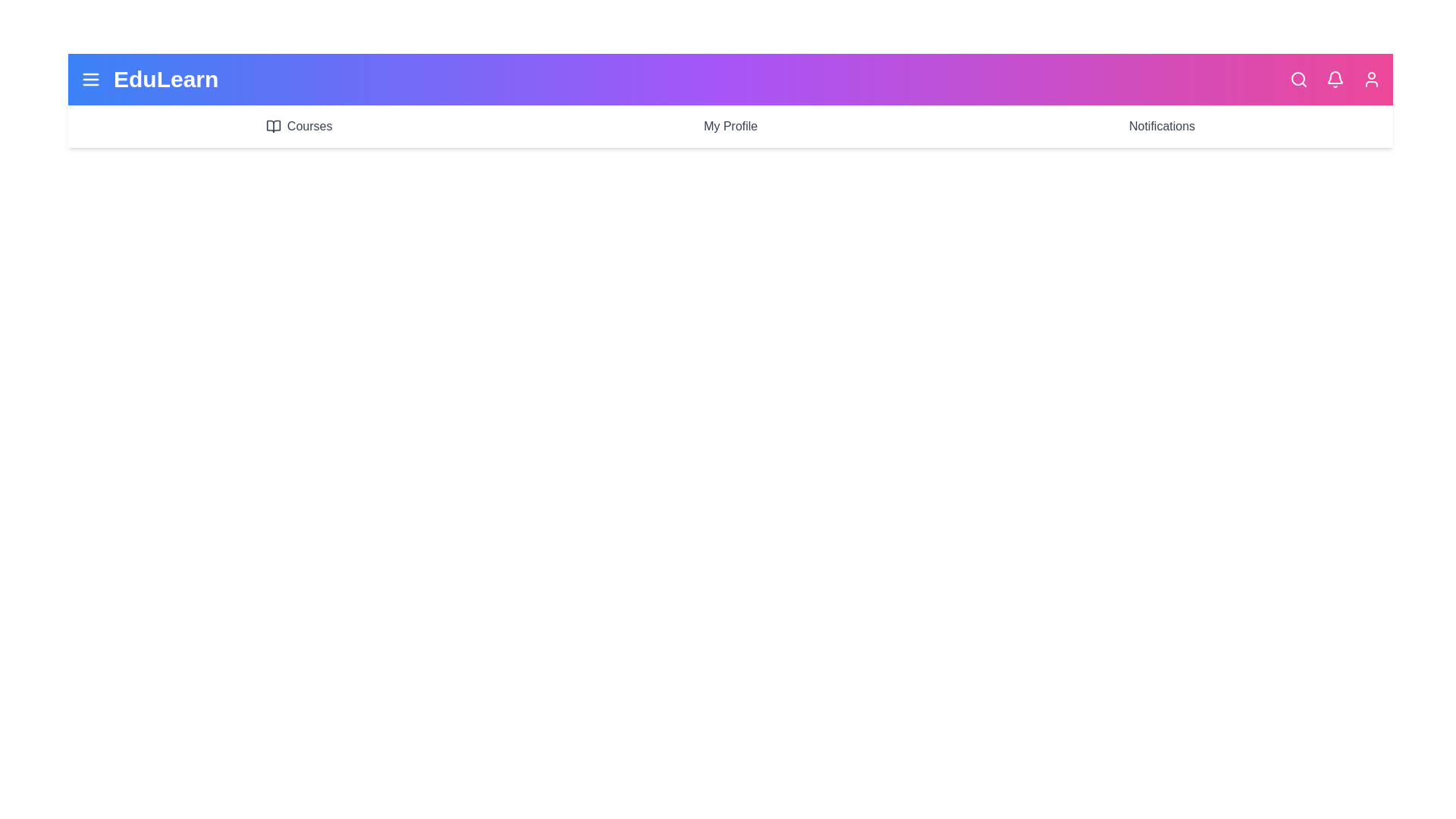 The image size is (1456, 819). Describe the element at coordinates (90, 79) in the screenshot. I see `the menu icon to toggle the menu visibility` at that location.